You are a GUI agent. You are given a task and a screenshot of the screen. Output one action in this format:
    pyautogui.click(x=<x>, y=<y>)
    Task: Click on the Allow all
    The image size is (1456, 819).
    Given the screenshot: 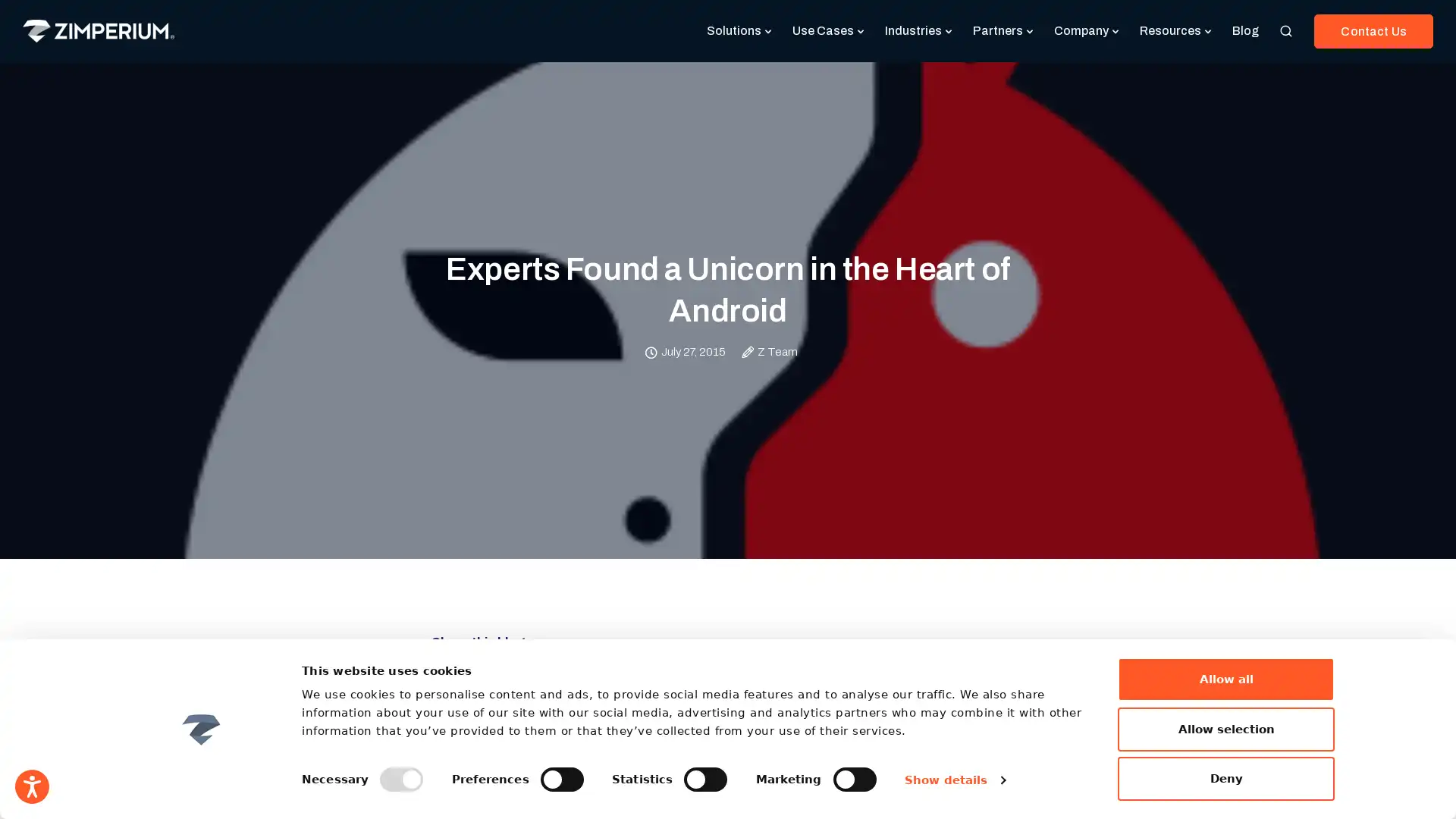 What is the action you would take?
    pyautogui.click(x=1226, y=678)
    